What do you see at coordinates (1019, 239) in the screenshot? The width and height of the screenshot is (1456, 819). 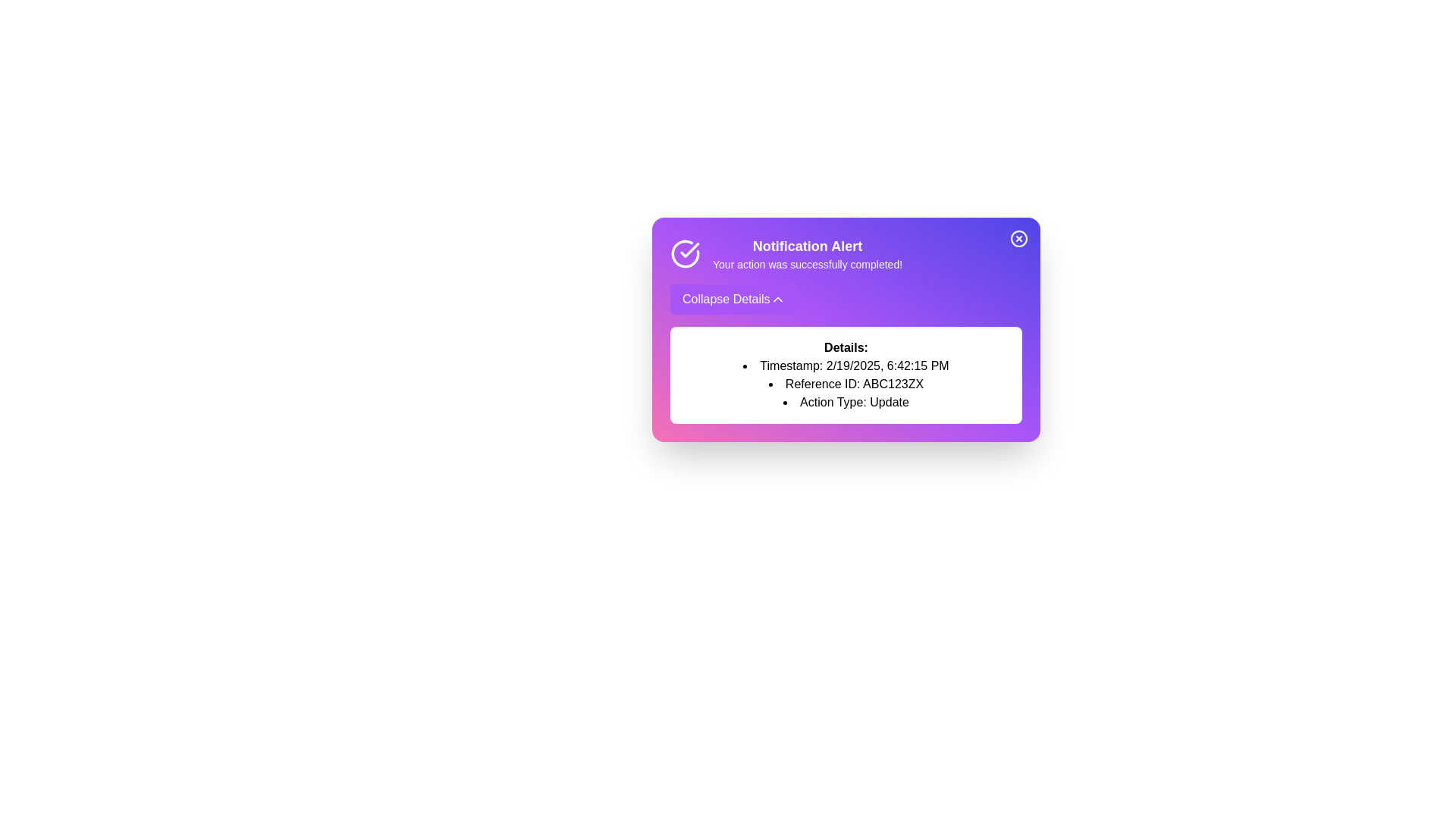 I see `the close button to hide the notification` at bounding box center [1019, 239].